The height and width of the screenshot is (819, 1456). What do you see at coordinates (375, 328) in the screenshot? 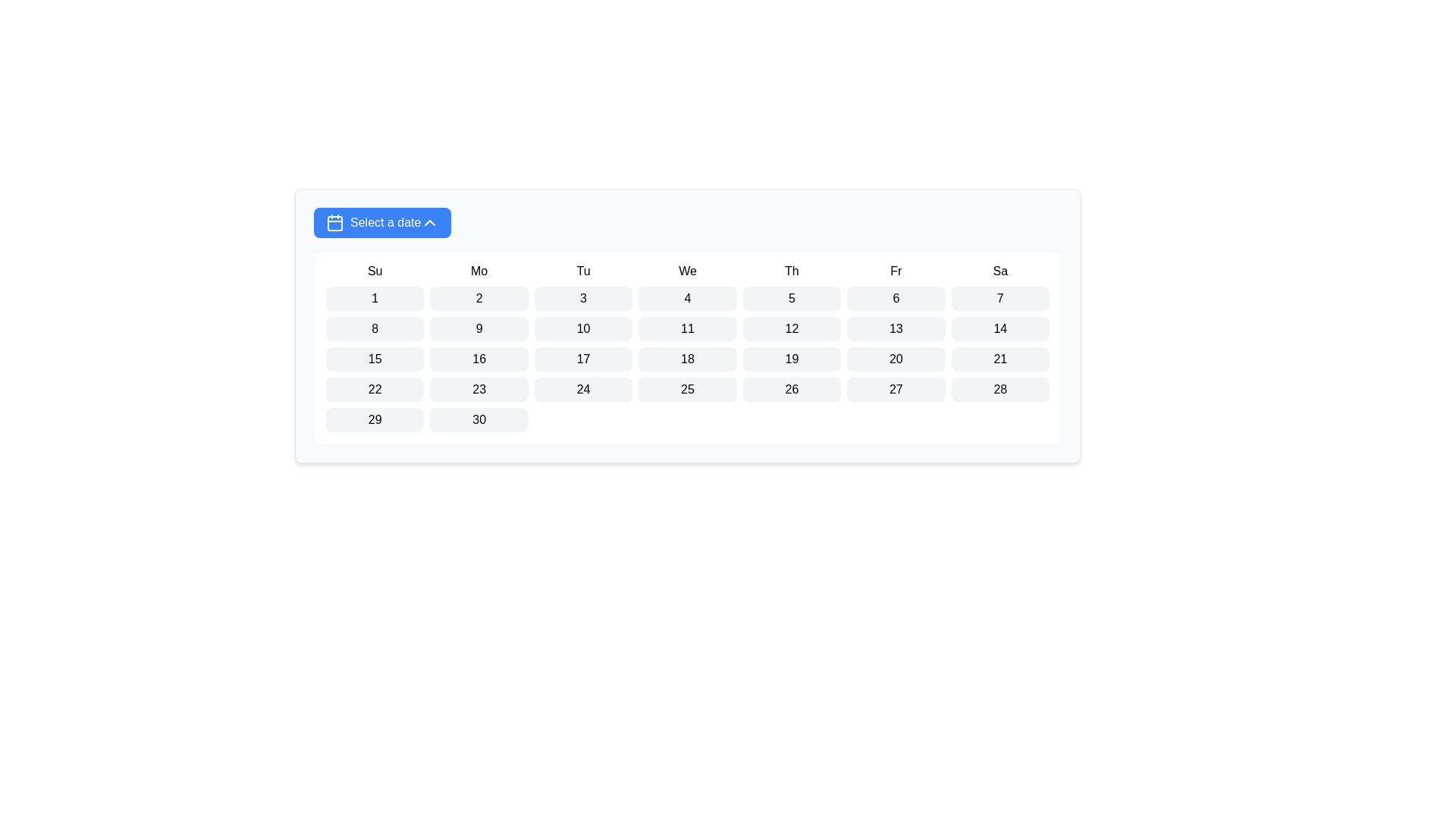
I see `the date '8' button in the calendar widget, which is located in the second row and first column of the grid layout` at bounding box center [375, 328].